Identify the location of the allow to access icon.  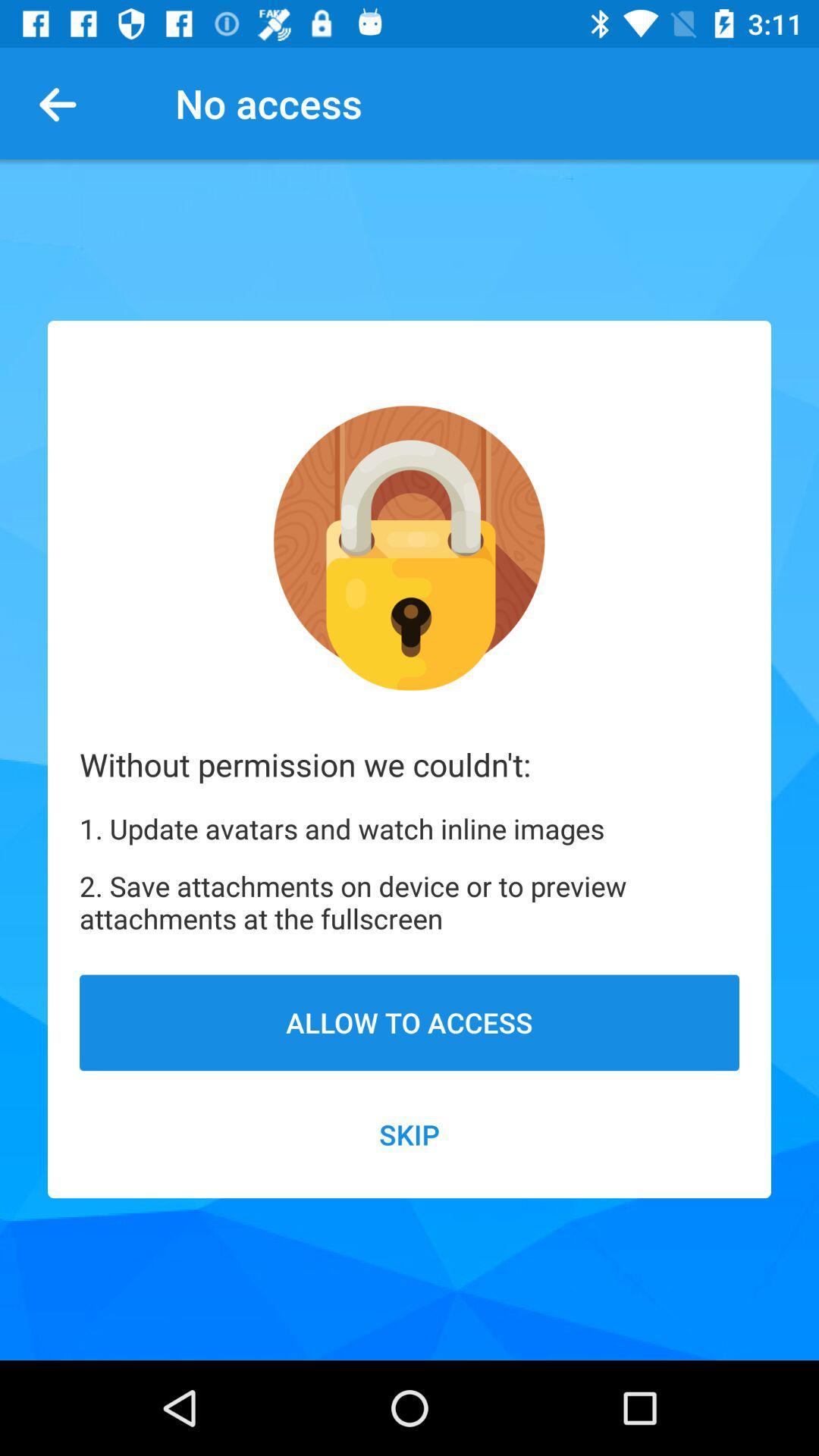
(409, 1022).